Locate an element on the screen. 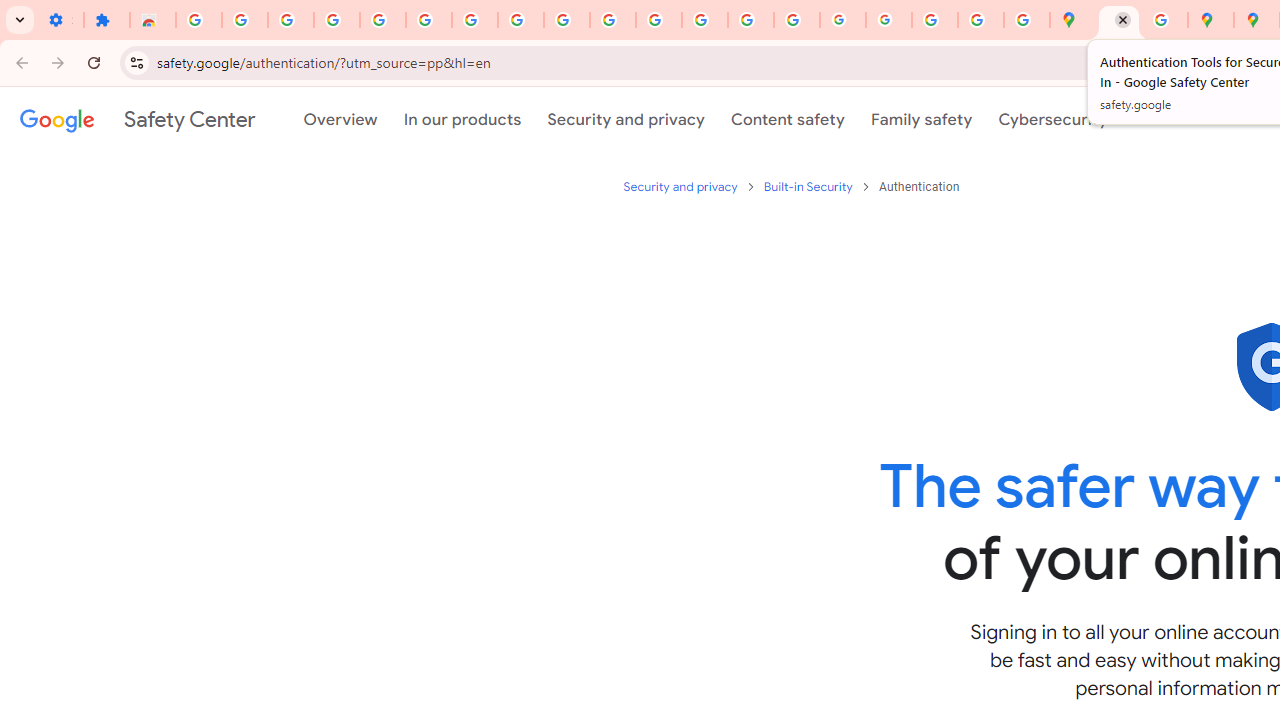 This screenshot has height=720, width=1280. 'Reviews: Helix Fruit Jump Arcade Game' is located at coordinates (152, 20).